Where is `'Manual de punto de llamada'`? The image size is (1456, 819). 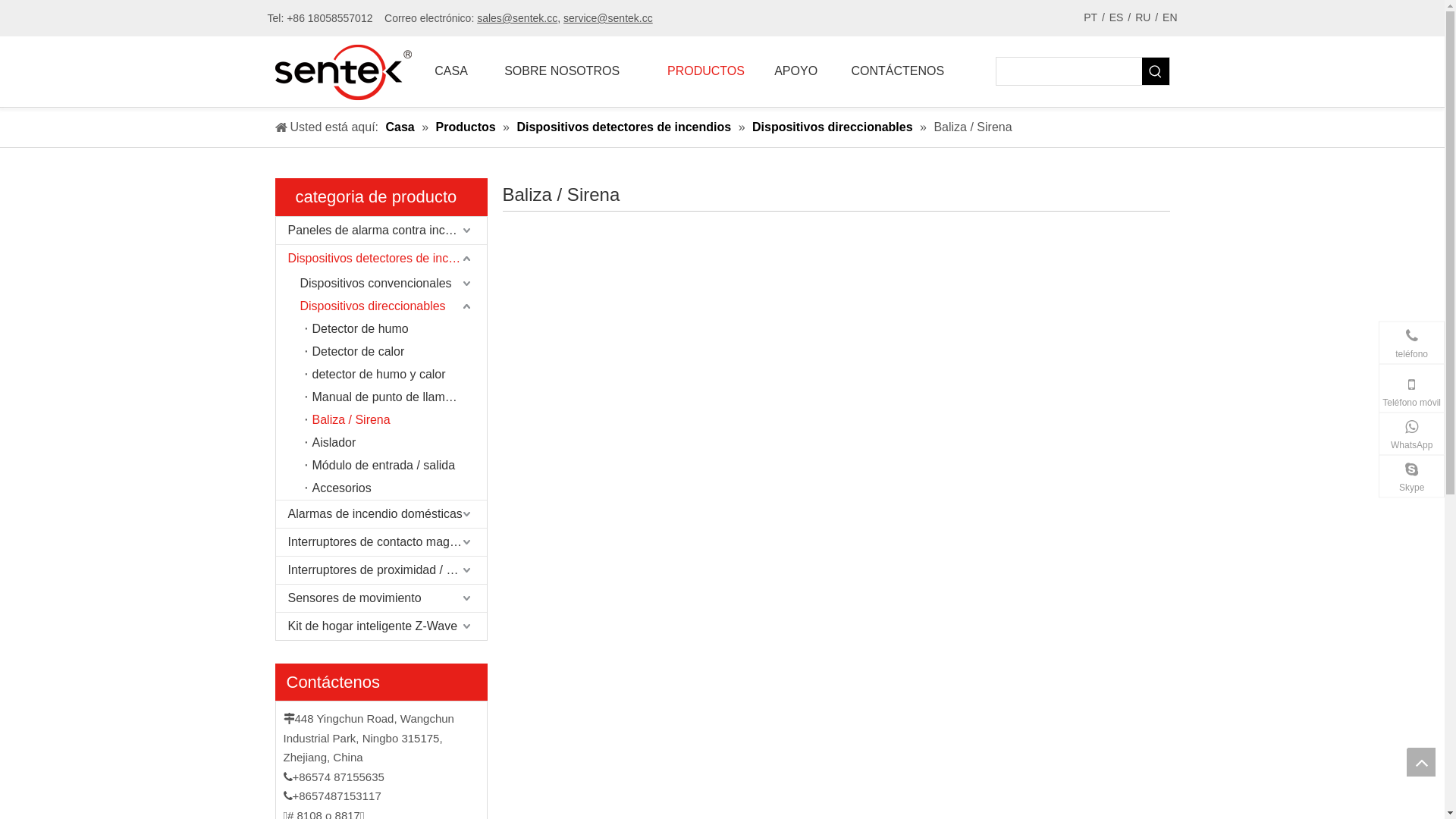 'Manual de punto de llamada' is located at coordinates (396, 397).